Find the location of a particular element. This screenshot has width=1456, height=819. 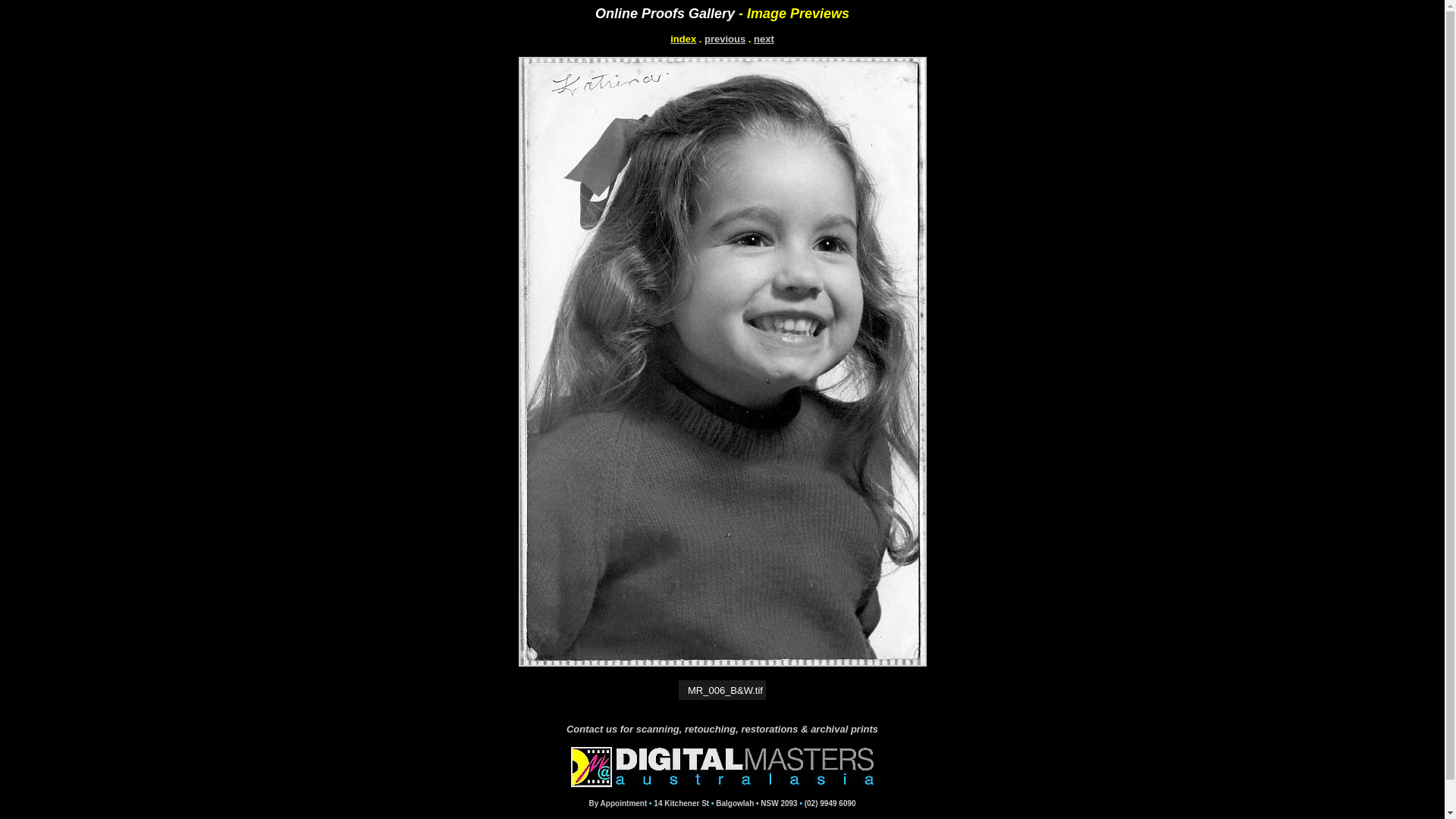

'index' is located at coordinates (682, 38).